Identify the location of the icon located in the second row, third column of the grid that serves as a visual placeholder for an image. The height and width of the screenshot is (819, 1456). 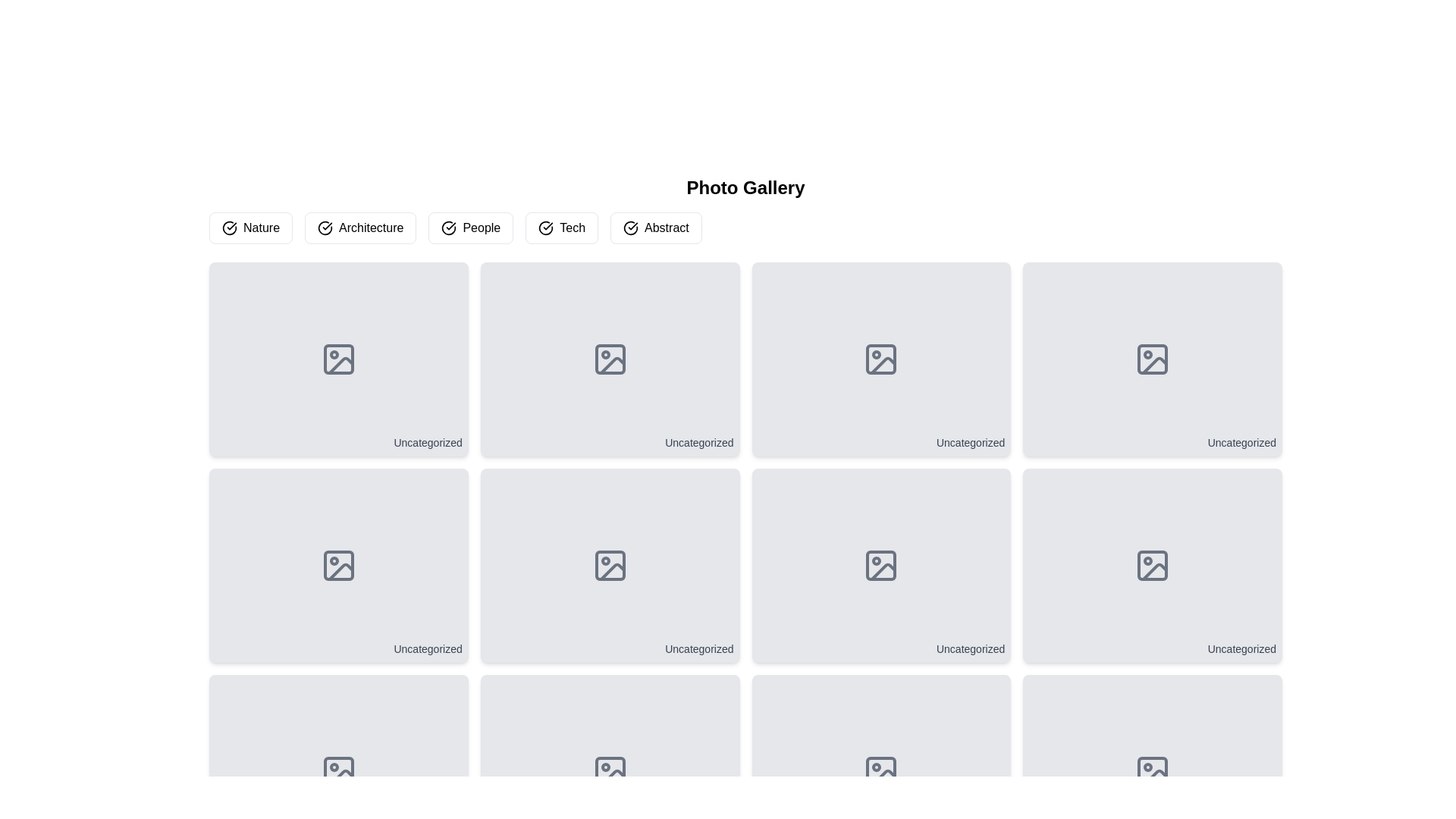
(337, 565).